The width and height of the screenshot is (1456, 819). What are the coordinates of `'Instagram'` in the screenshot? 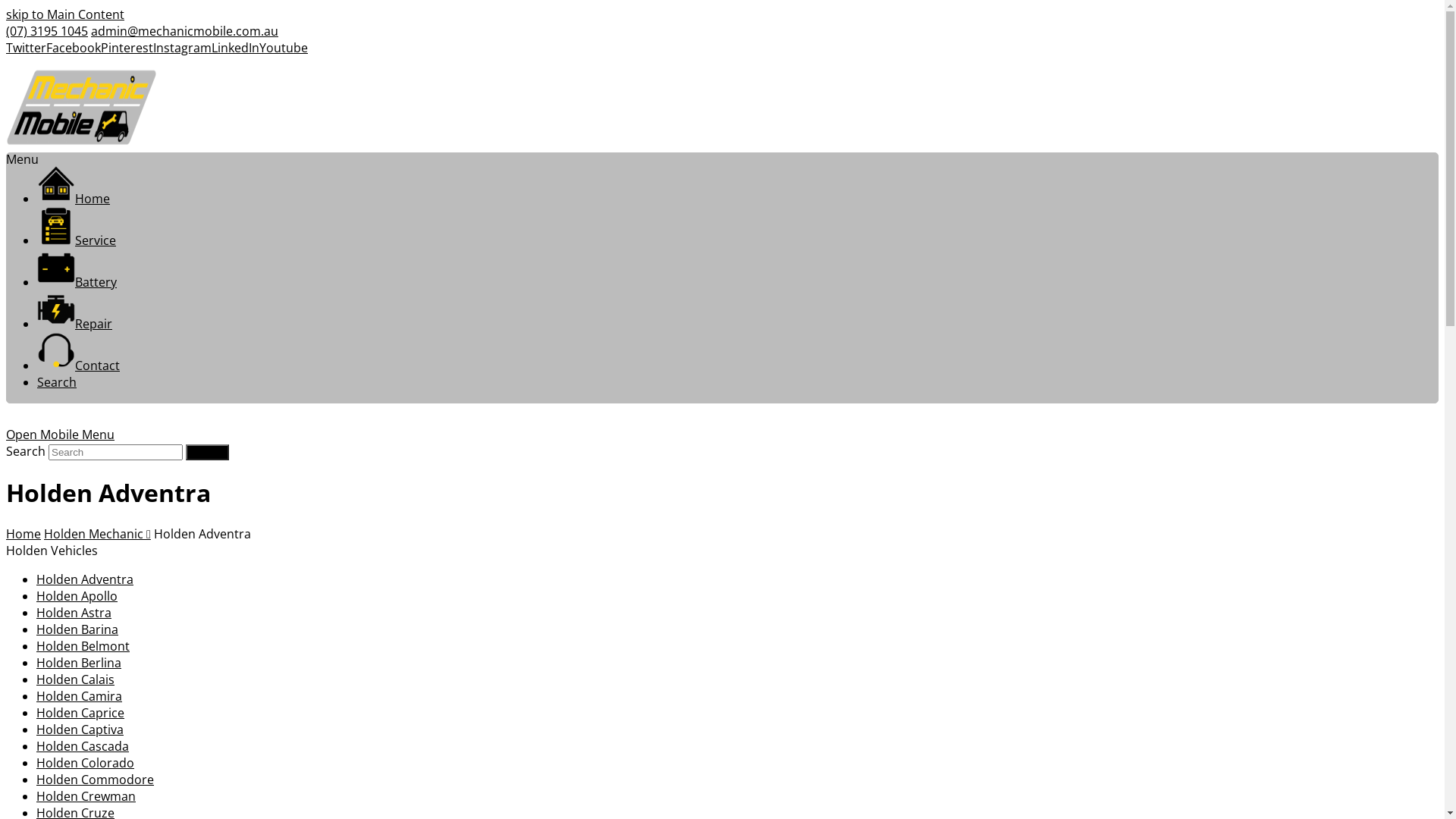 It's located at (182, 46).